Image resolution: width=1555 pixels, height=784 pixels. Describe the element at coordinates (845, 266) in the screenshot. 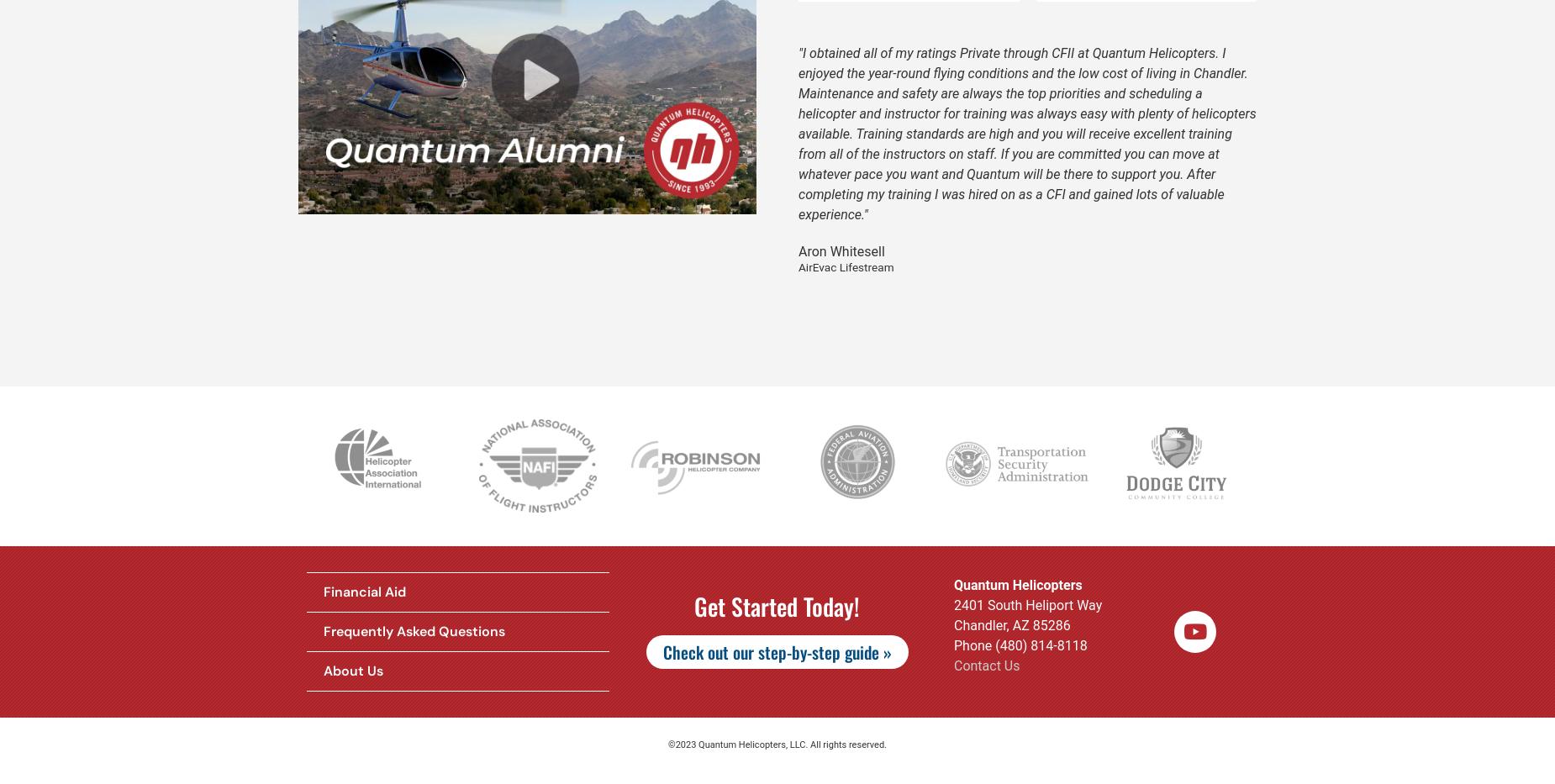

I see `'AirEvac Lifestream'` at that location.